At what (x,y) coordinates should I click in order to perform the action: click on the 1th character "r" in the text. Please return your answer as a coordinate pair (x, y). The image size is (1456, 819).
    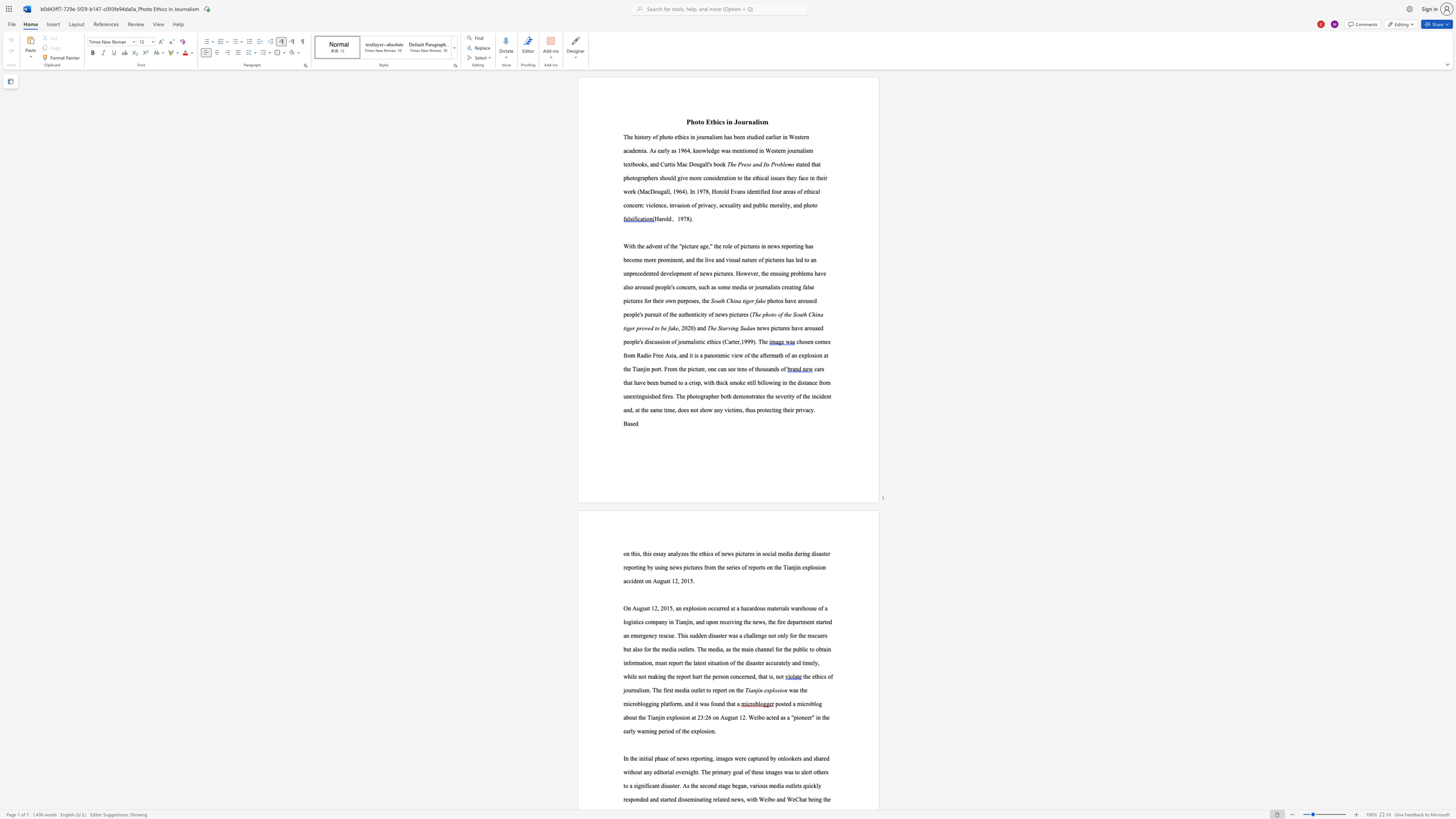
    Looking at the image, I should click on (720, 190).